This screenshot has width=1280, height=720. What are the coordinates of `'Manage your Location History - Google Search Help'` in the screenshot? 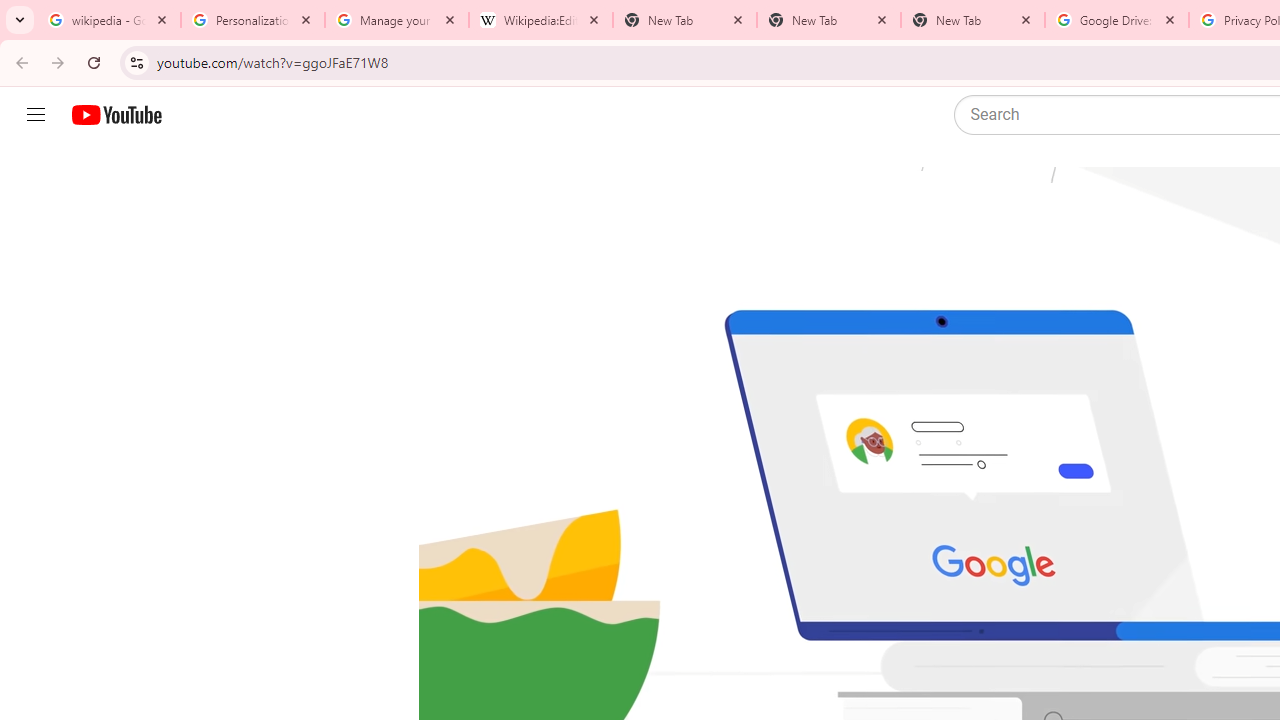 It's located at (396, 20).